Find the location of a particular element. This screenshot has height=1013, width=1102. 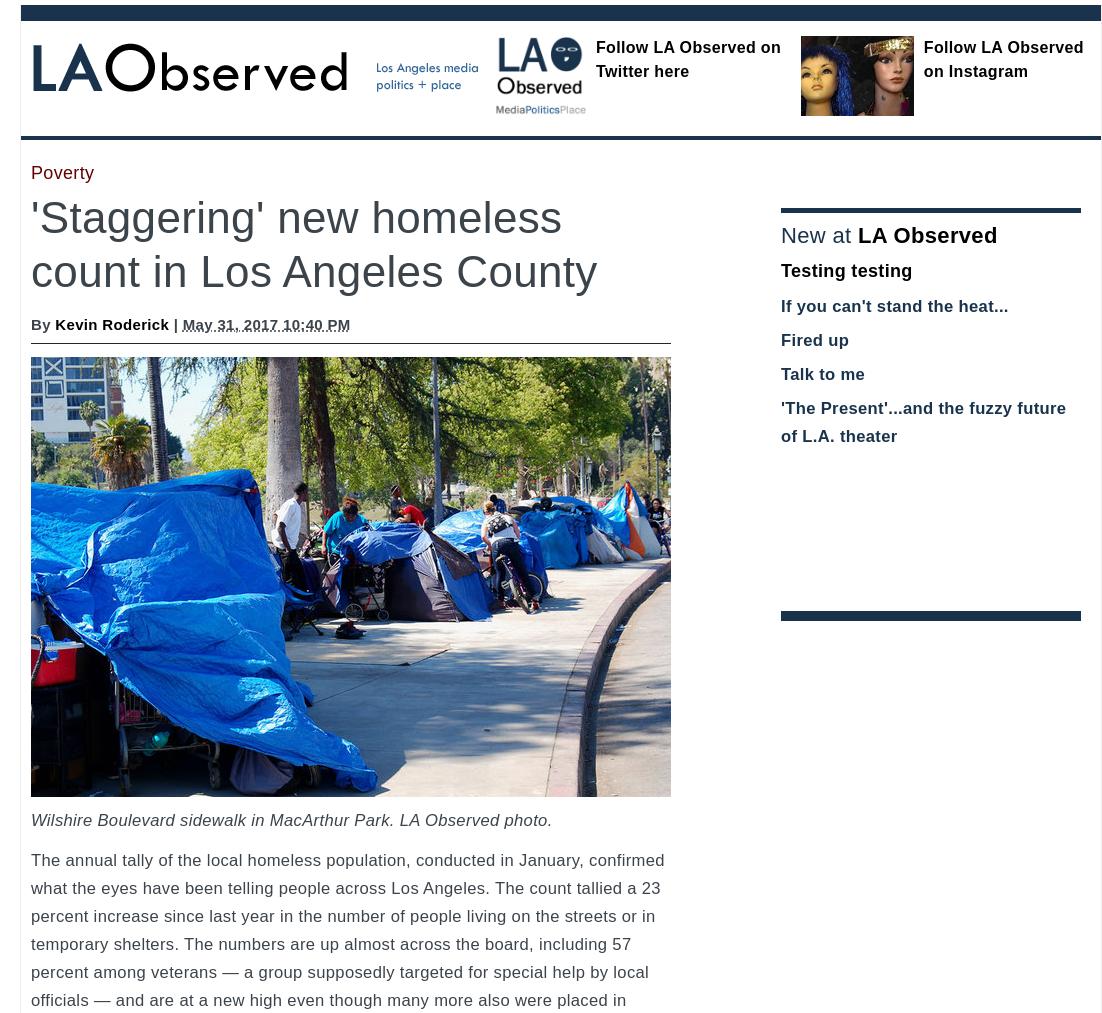

'LA Observed' is located at coordinates (926, 234).